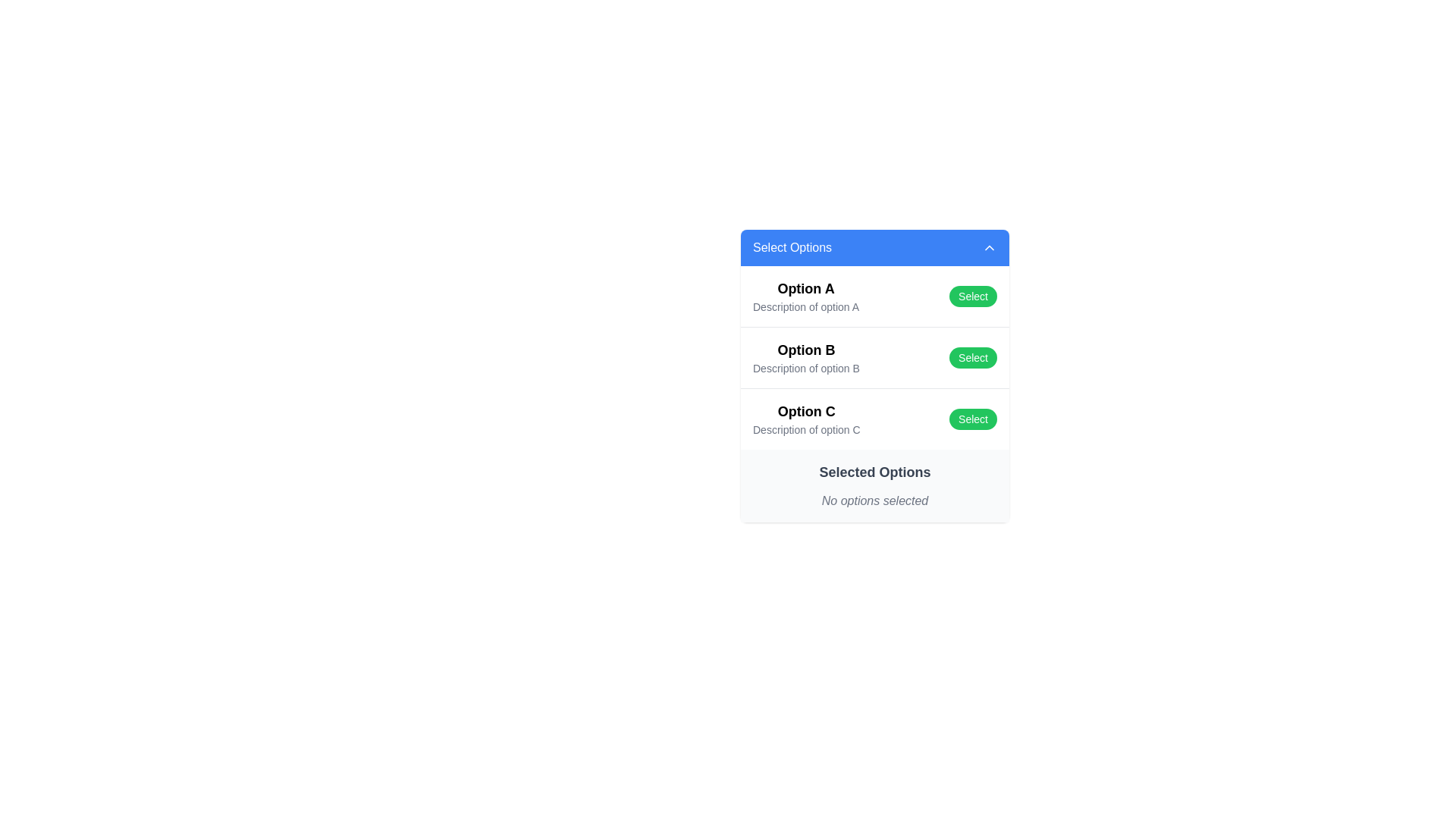 The image size is (1456, 819). I want to click on the 'Select' button on the list item labeled 'Option B' to choose this option, so click(874, 375).